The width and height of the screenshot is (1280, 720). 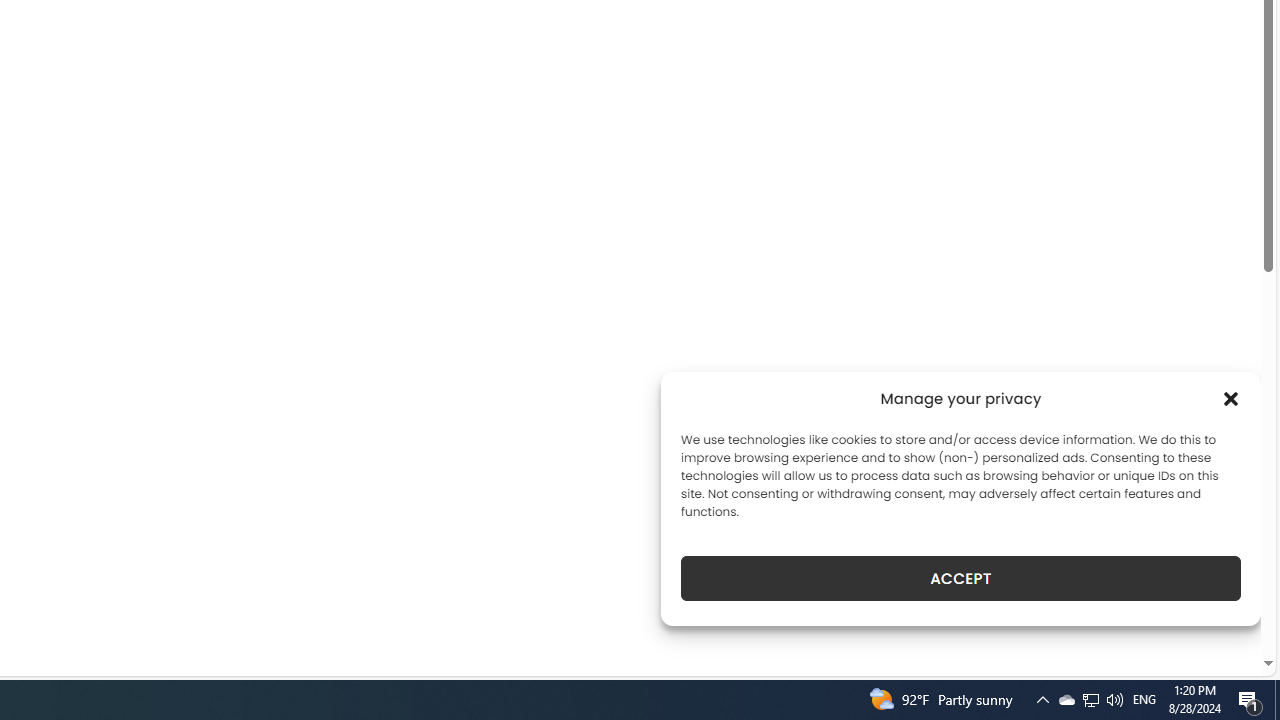 What do you see at coordinates (961, 578) in the screenshot?
I see `'ACCEPT'` at bounding box center [961, 578].